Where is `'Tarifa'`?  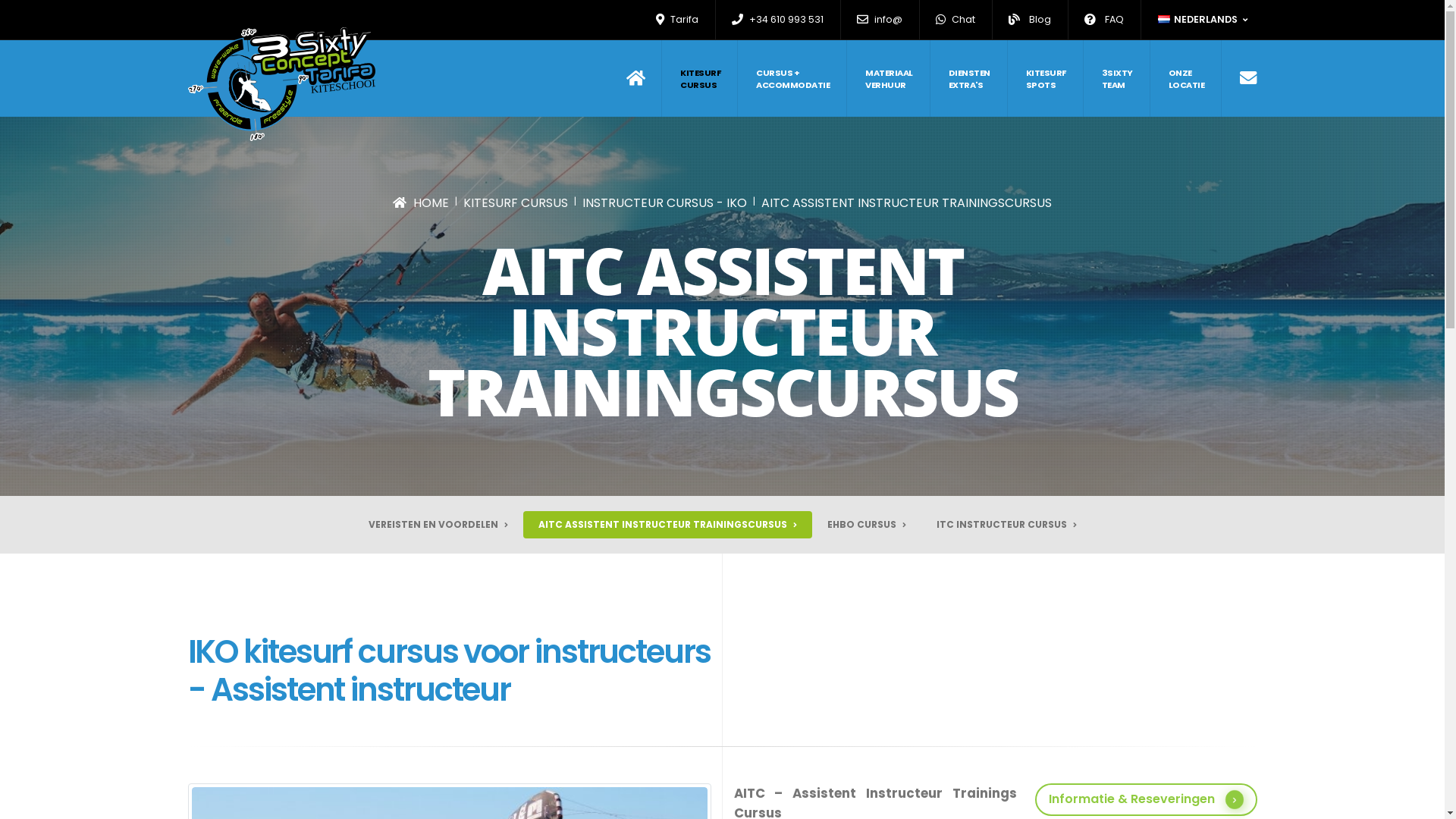
'Tarifa' is located at coordinates (676, 20).